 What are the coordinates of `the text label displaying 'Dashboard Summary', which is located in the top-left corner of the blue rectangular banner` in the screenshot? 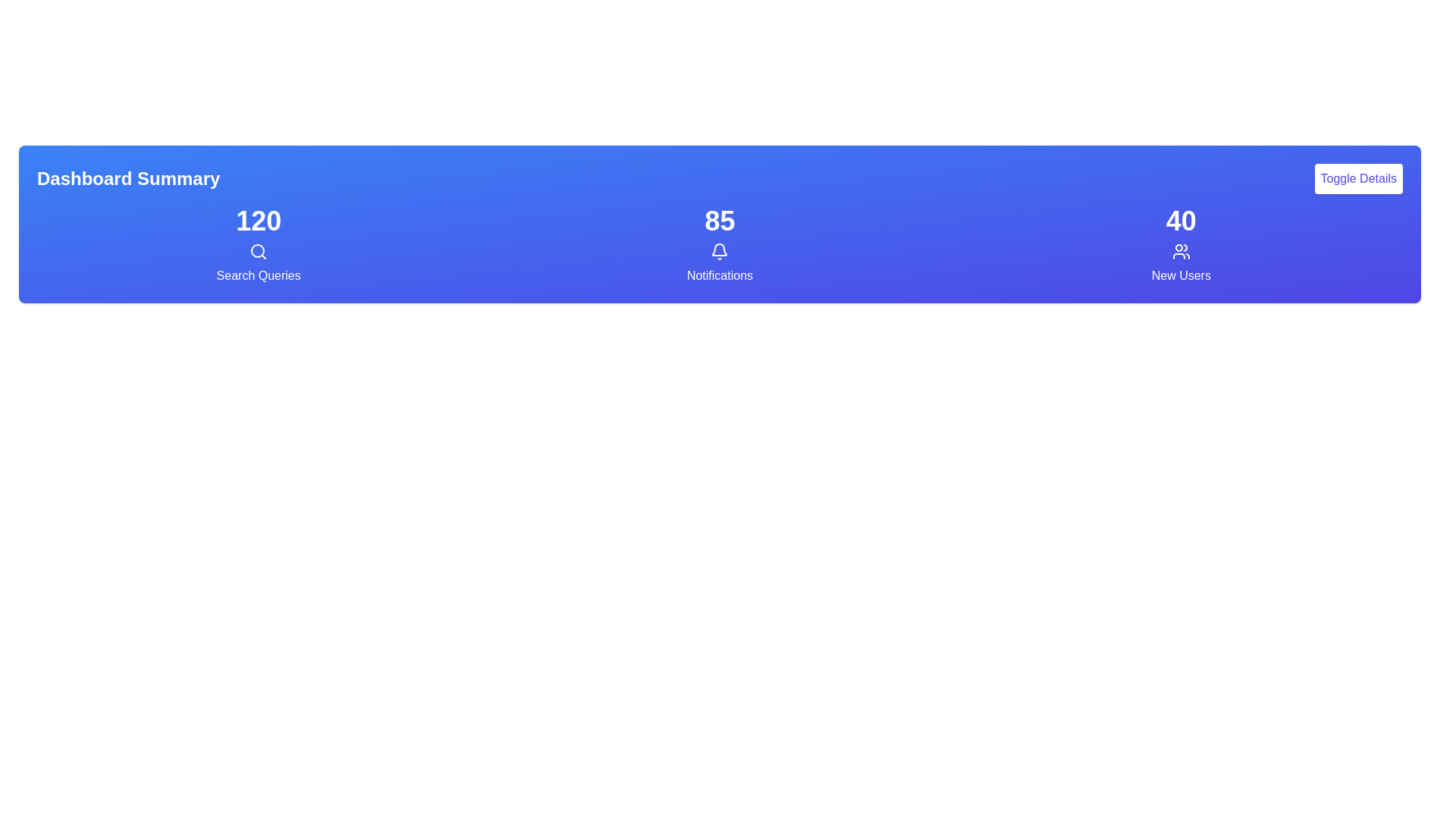 It's located at (128, 177).